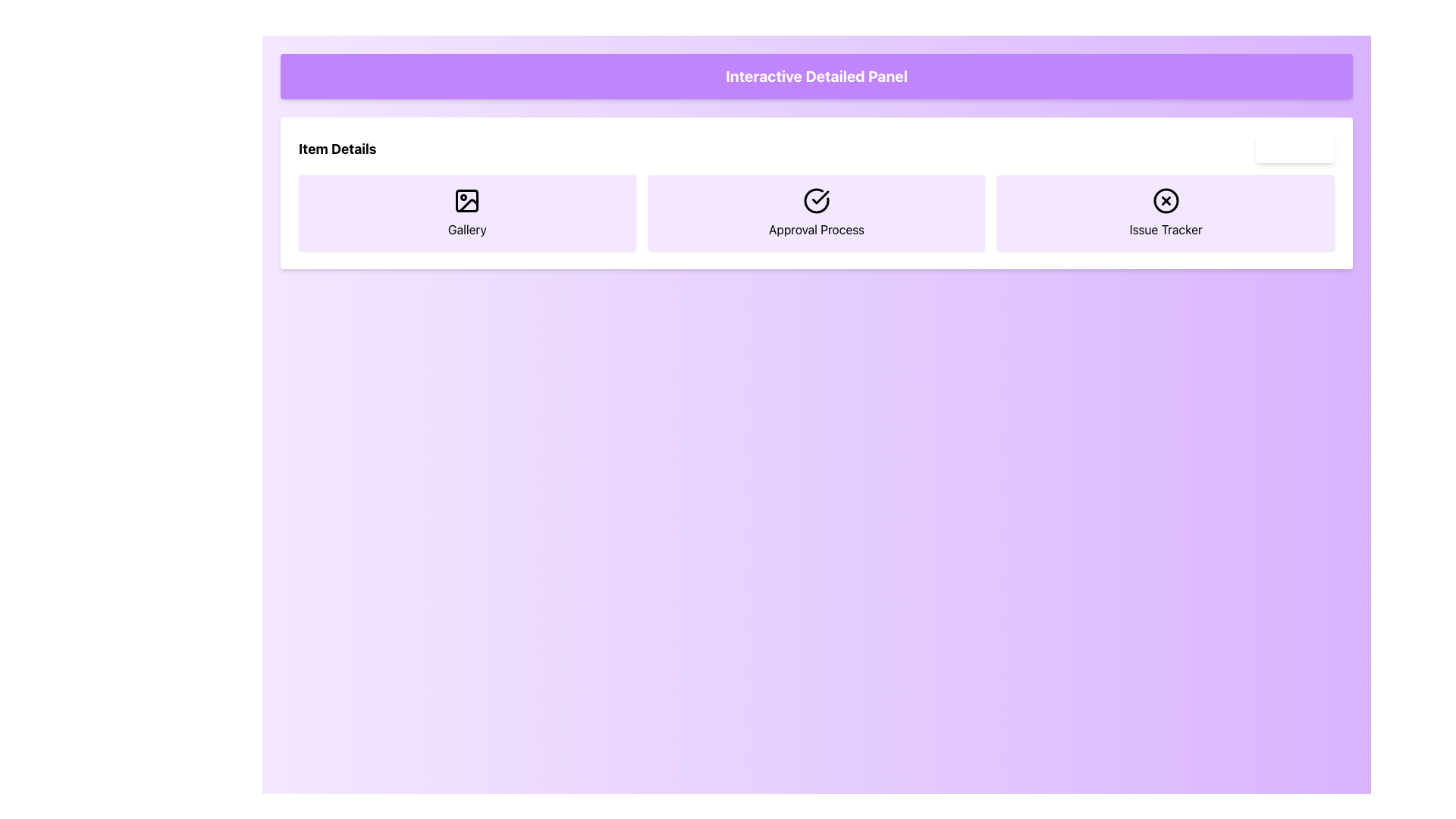  I want to click on the close button icon located in the 'Issue Tracker' section of the menu bar, so click(1165, 200).